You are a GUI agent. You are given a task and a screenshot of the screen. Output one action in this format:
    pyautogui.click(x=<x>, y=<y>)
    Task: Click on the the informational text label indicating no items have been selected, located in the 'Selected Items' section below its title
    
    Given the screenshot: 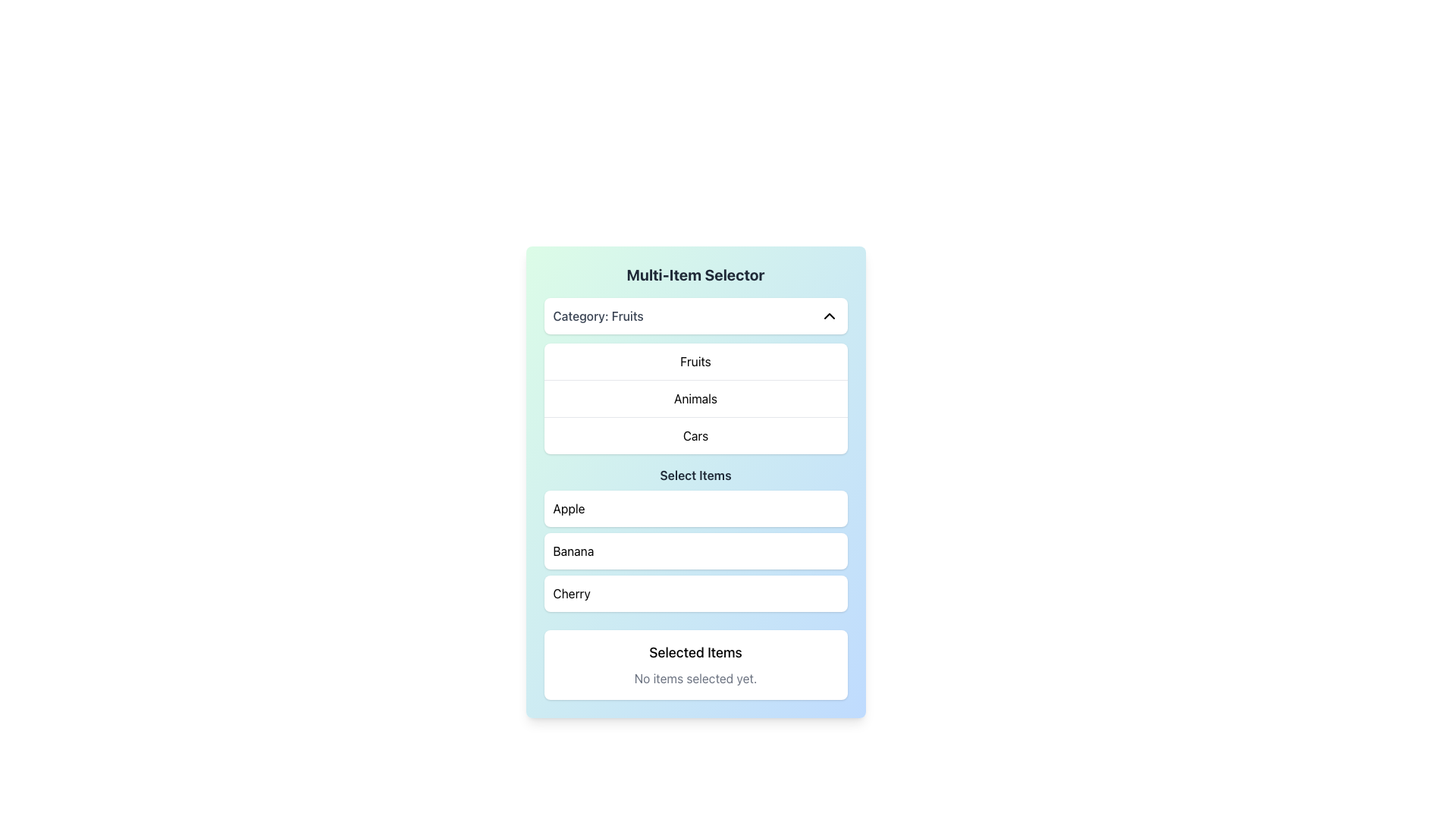 What is the action you would take?
    pyautogui.click(x=695, y=677)
    